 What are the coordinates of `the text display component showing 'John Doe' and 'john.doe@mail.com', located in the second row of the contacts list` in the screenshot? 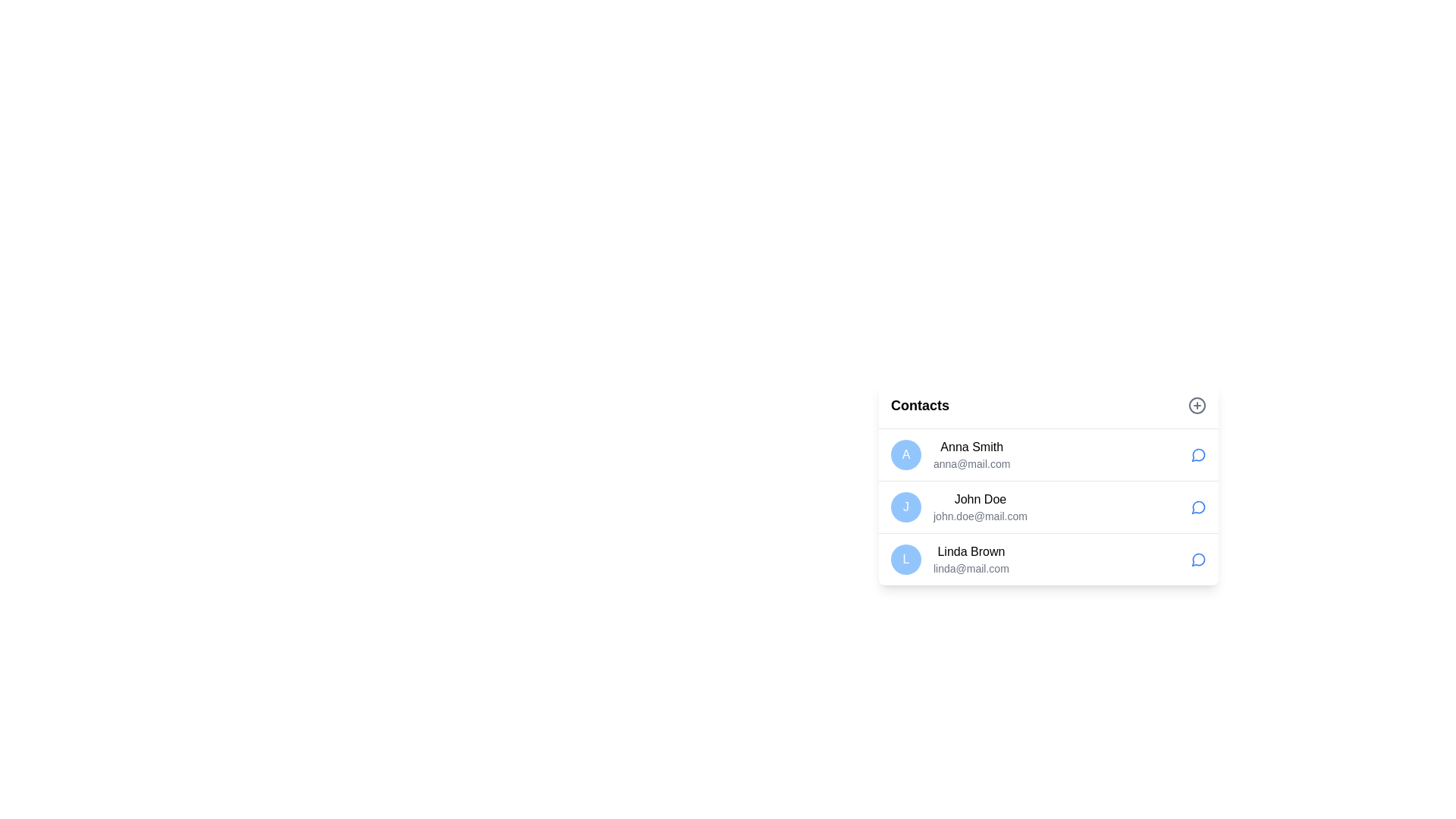 It's located at (980, 507).